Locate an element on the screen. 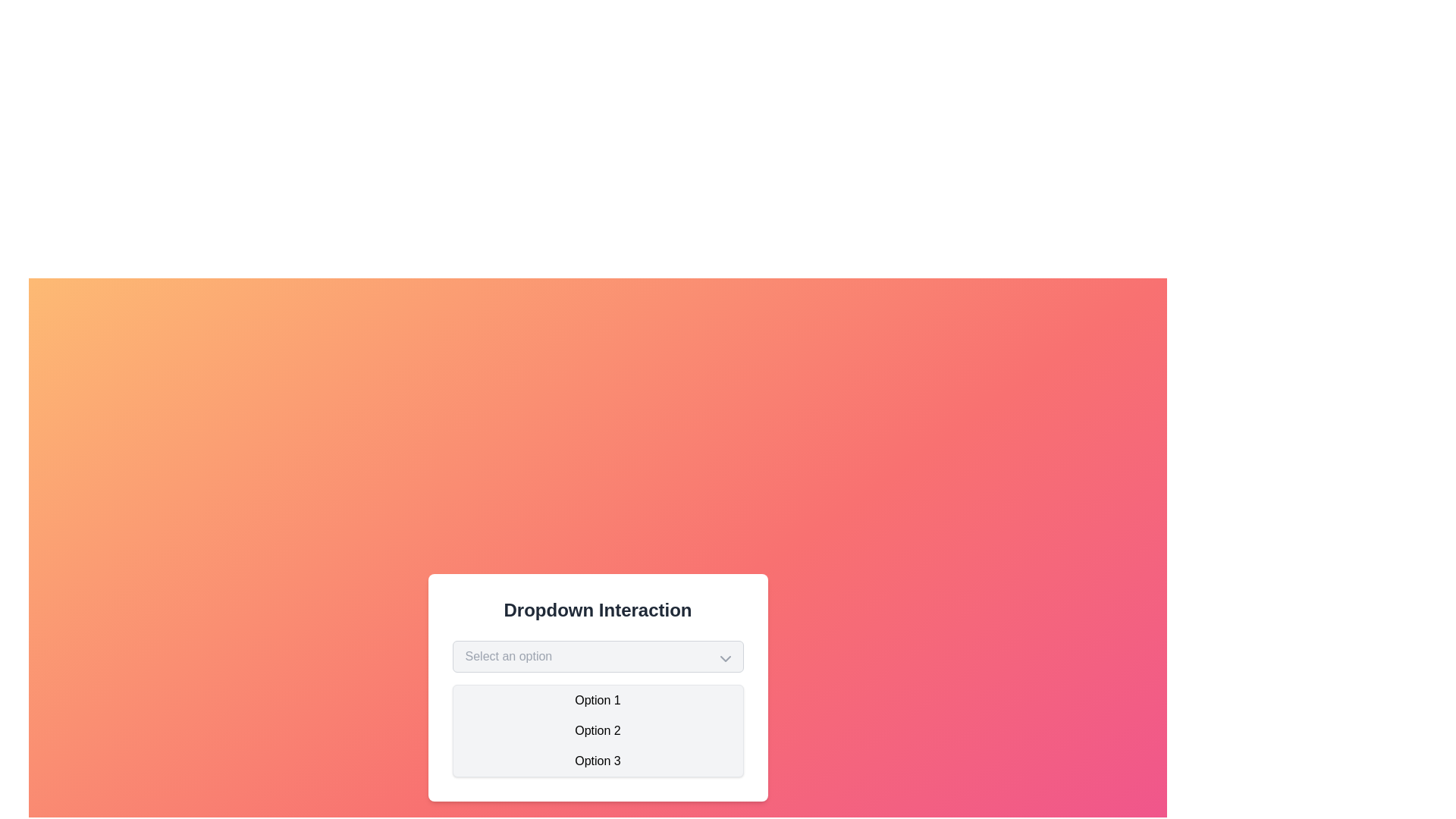 The image size is (1456, 819). to select the third option in the dropdown menu, which updates the dropdown's state or triggers a related action is located at coordinates (597, 761).